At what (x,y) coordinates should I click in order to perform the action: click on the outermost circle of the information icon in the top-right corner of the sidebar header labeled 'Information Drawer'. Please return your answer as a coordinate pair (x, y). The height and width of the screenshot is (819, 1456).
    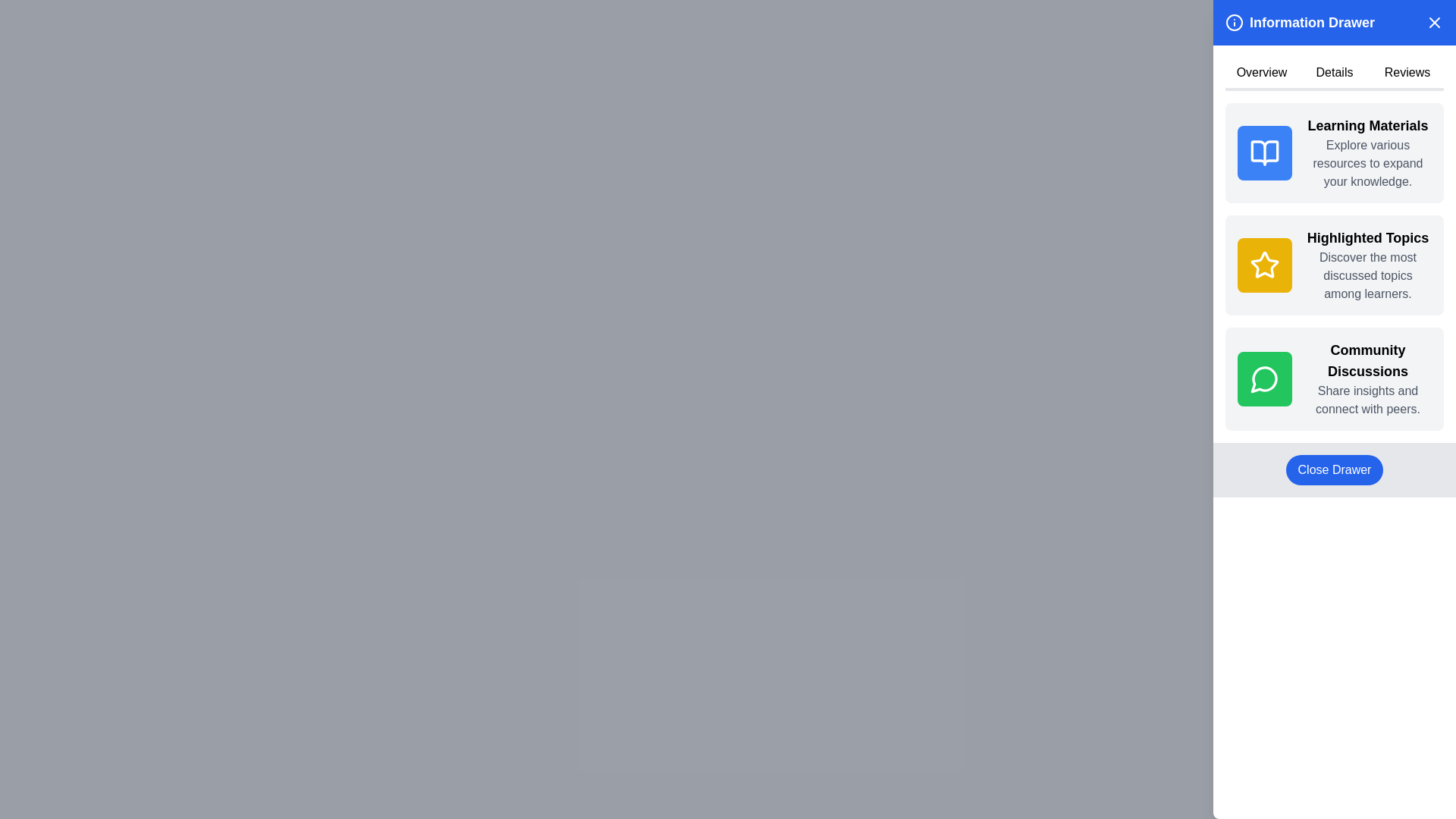
    Looking at the image, I should click on (1234, 23).